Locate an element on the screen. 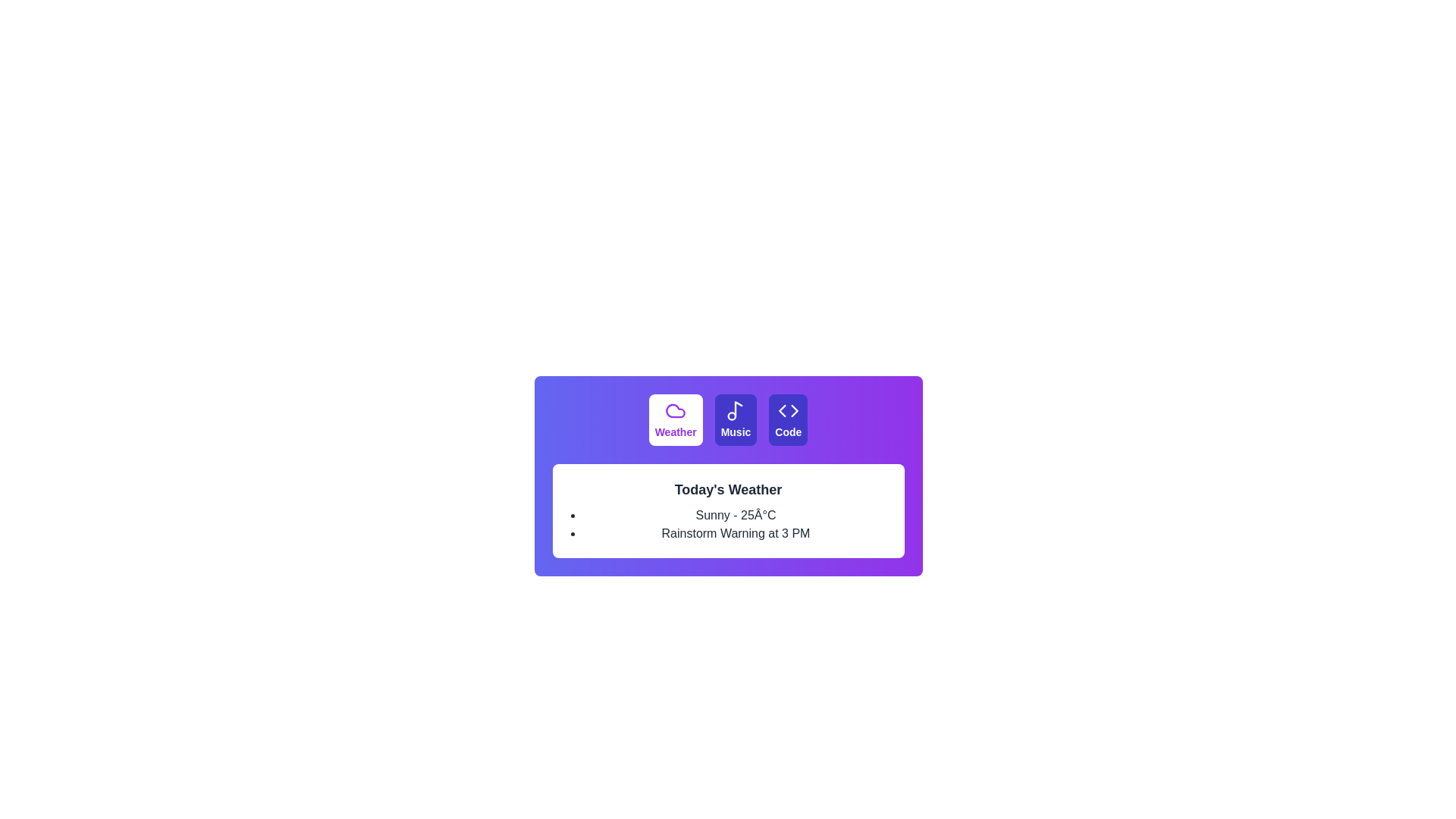 The height and width of the screenshot is (819, 1456). the small circular graphical element located at the lower-left area of the musical note icon, which is part of the 'Music' icon is located at coordinates (732, 416).